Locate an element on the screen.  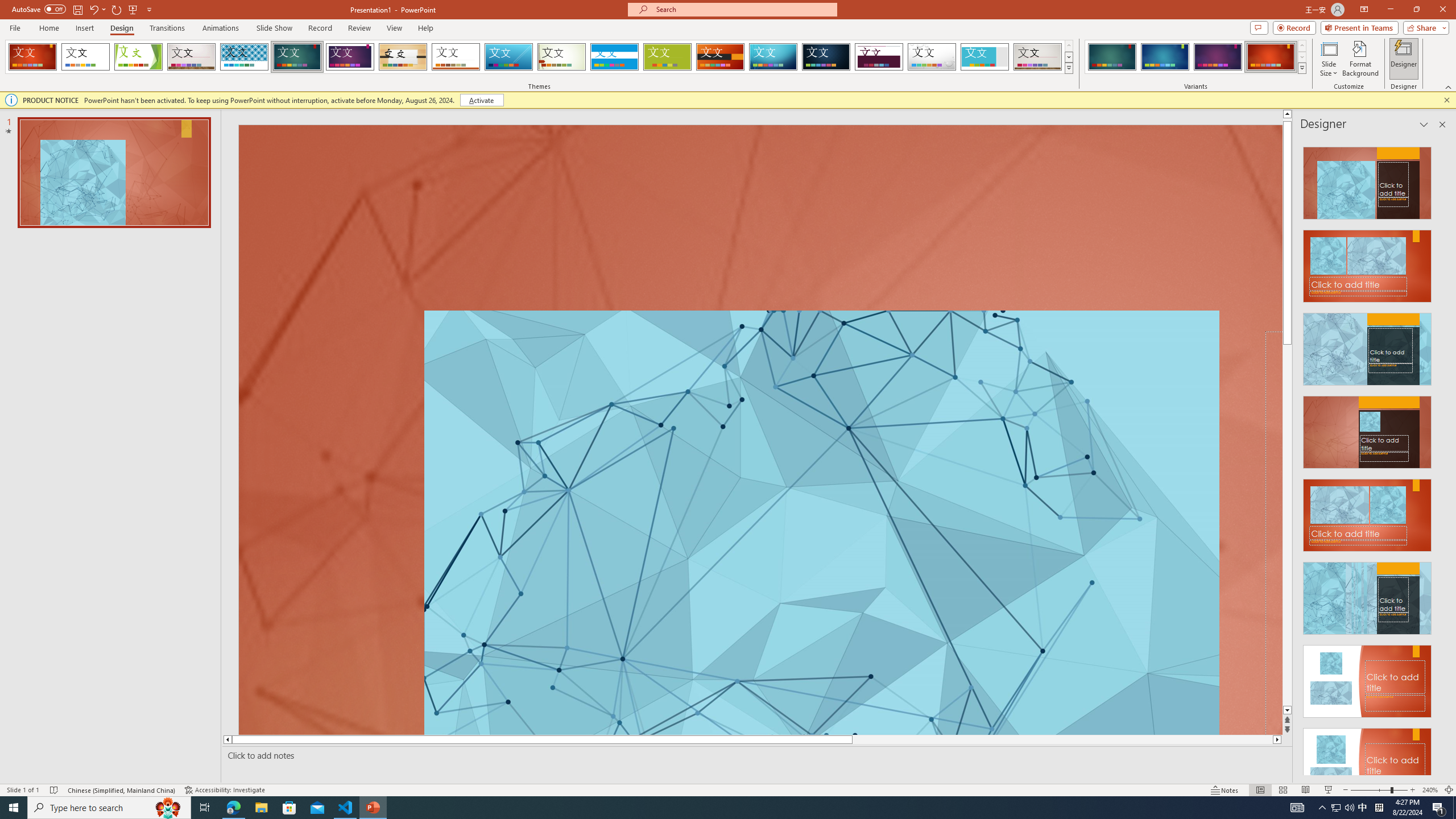
'Damask' is located at coordinates (825, 56).